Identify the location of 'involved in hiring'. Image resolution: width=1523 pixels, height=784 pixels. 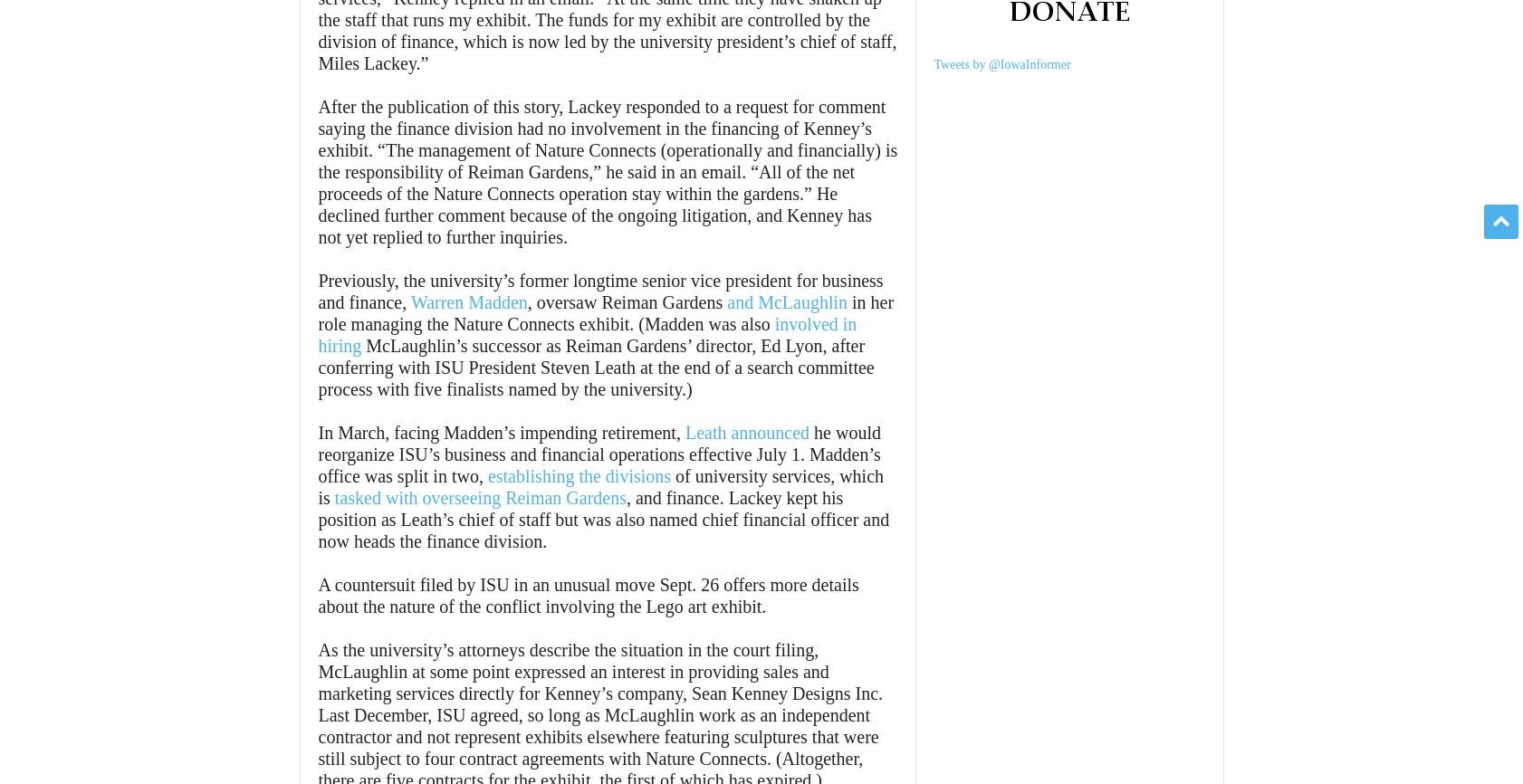
(587, 334).